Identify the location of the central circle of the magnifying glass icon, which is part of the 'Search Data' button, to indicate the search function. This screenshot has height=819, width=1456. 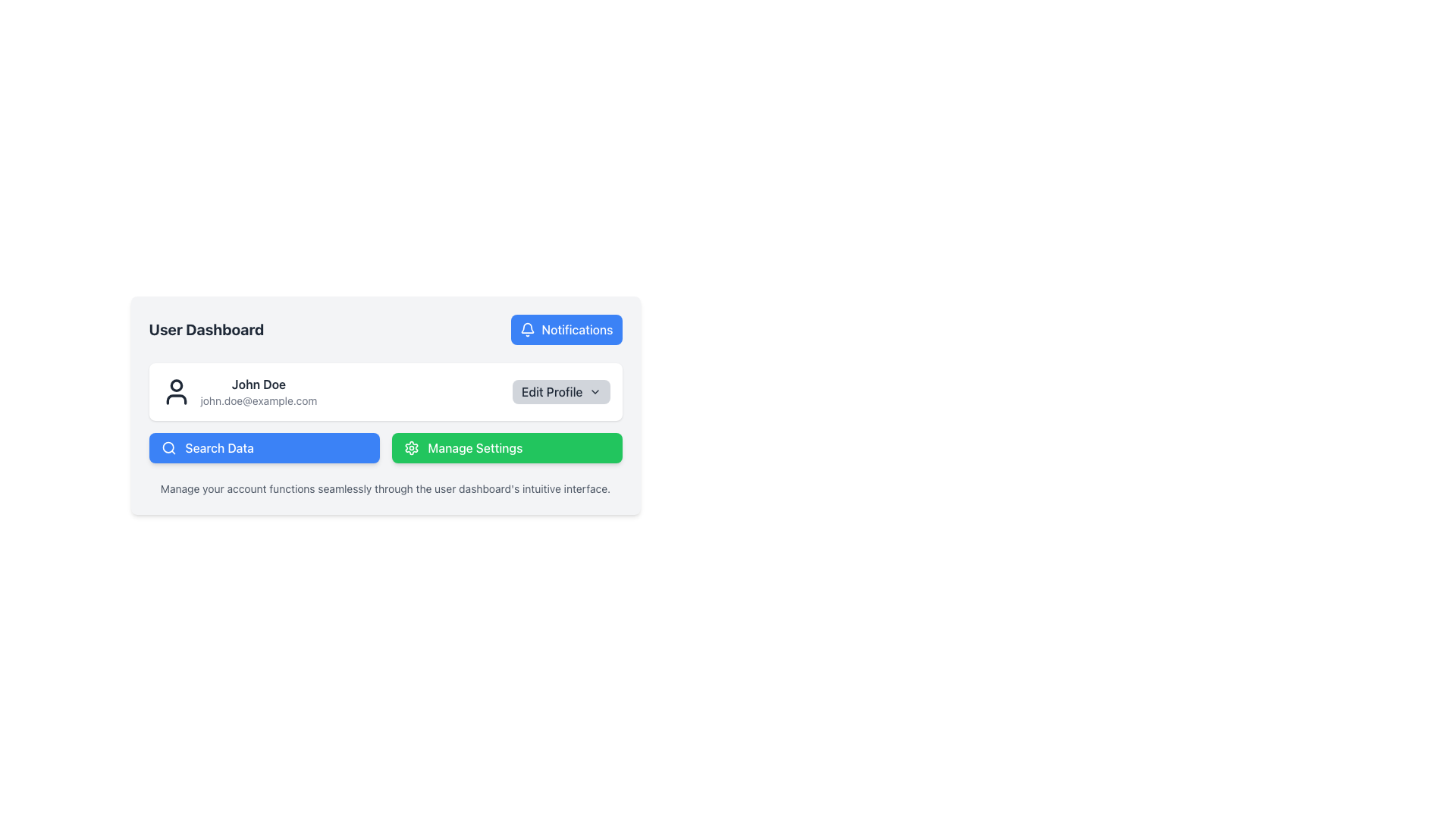
(168, 447).